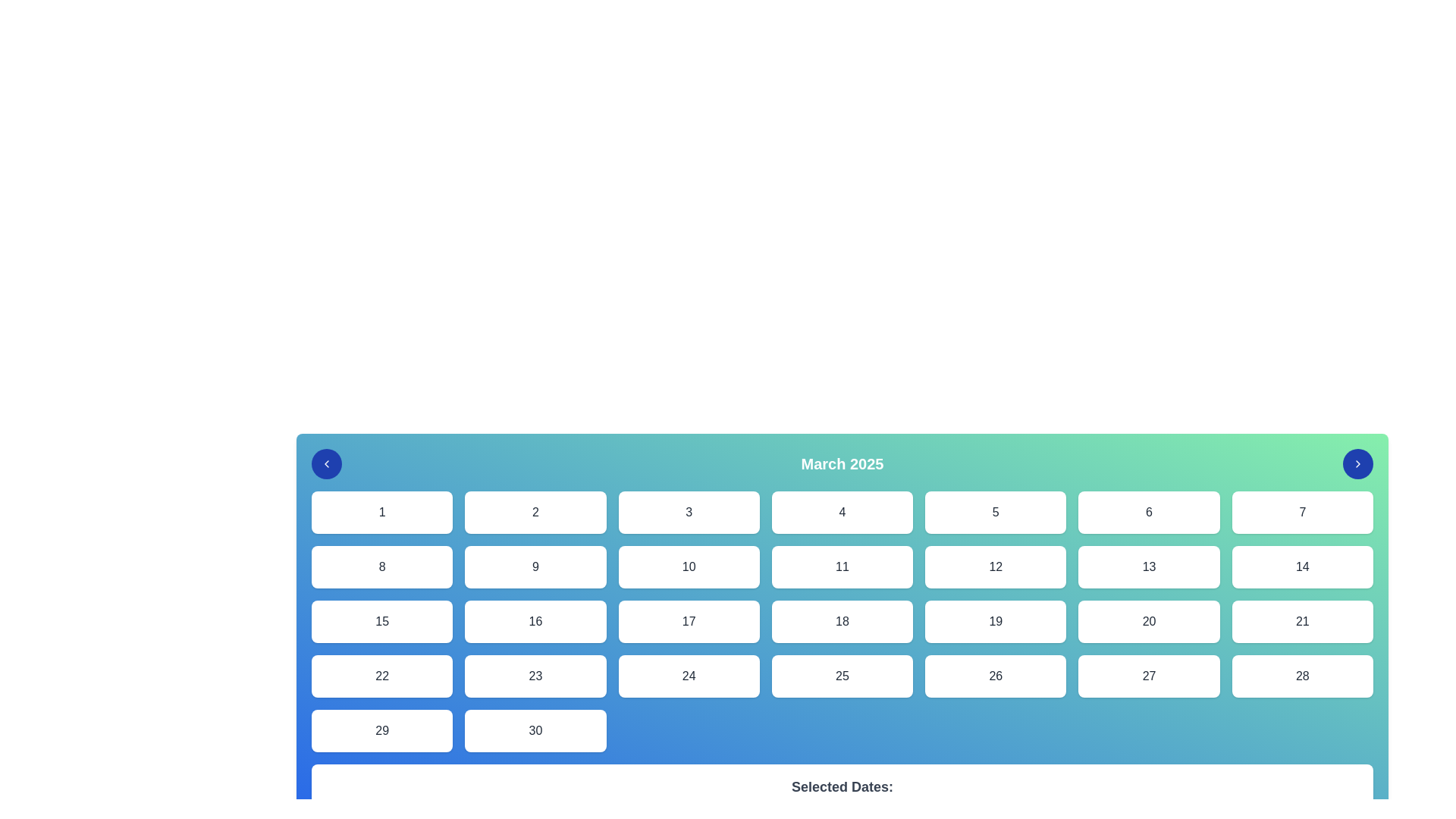 This screenshot has height=819, width=1456. What do you see at coordinates (1357, 463) in the screenshot?
I see `the circular button with a blue background and a white chevron icon, located at the far right of the row containing 'March 2025'` at bounding box center [1357, 463].